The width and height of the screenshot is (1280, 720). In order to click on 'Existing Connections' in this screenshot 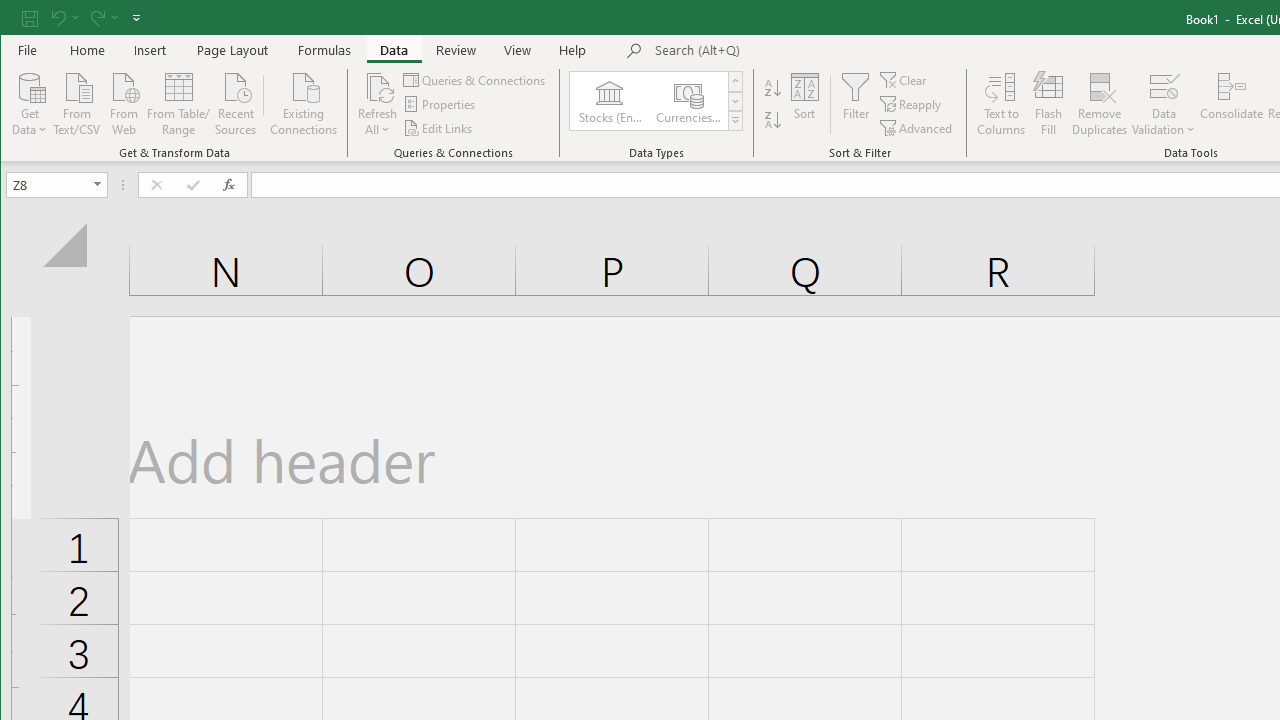, I will do `click(303, 102)`.